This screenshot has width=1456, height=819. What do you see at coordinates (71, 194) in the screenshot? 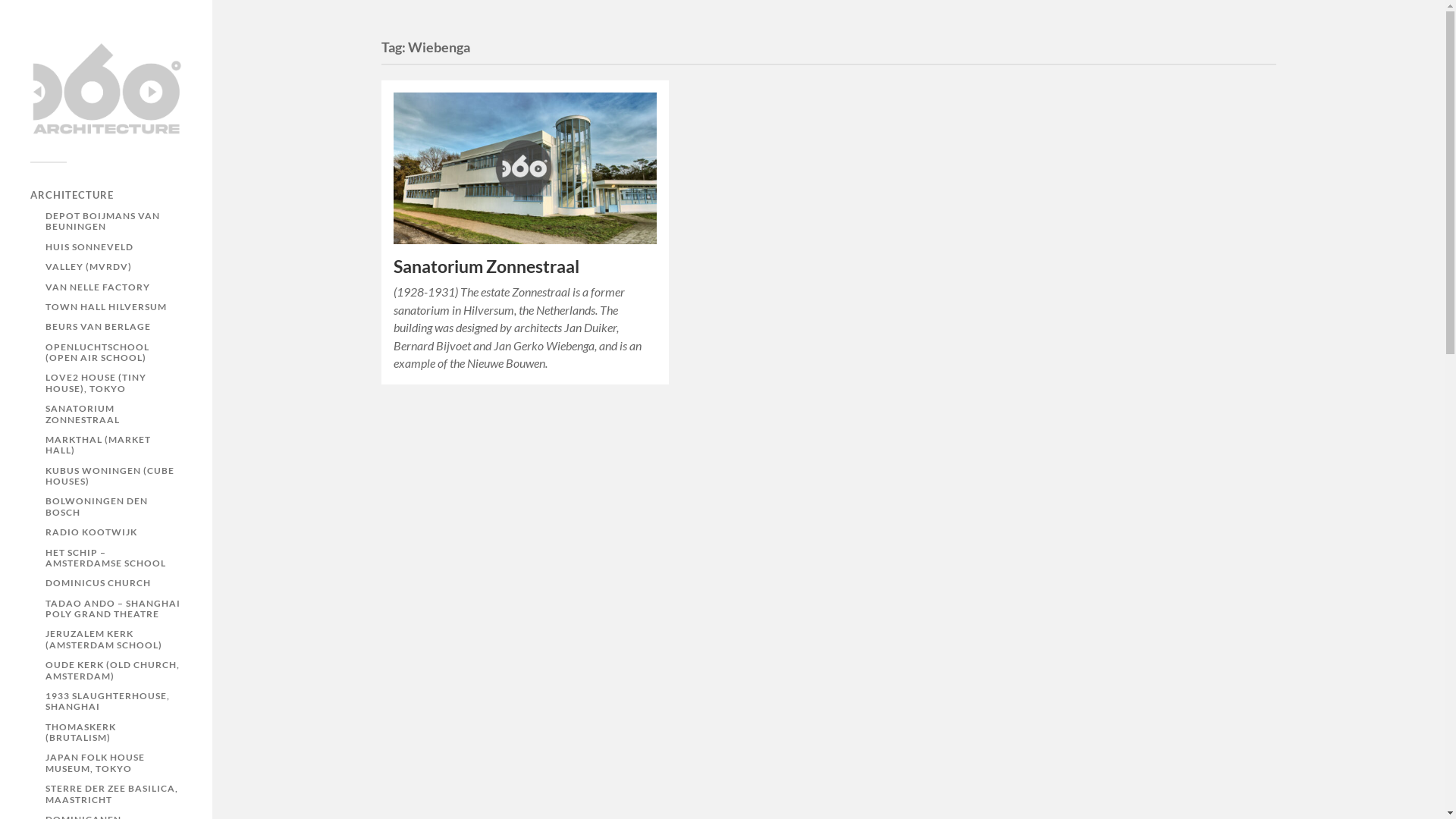
I see `'ARCHITECTURE'` at bounding box center [71, 194].